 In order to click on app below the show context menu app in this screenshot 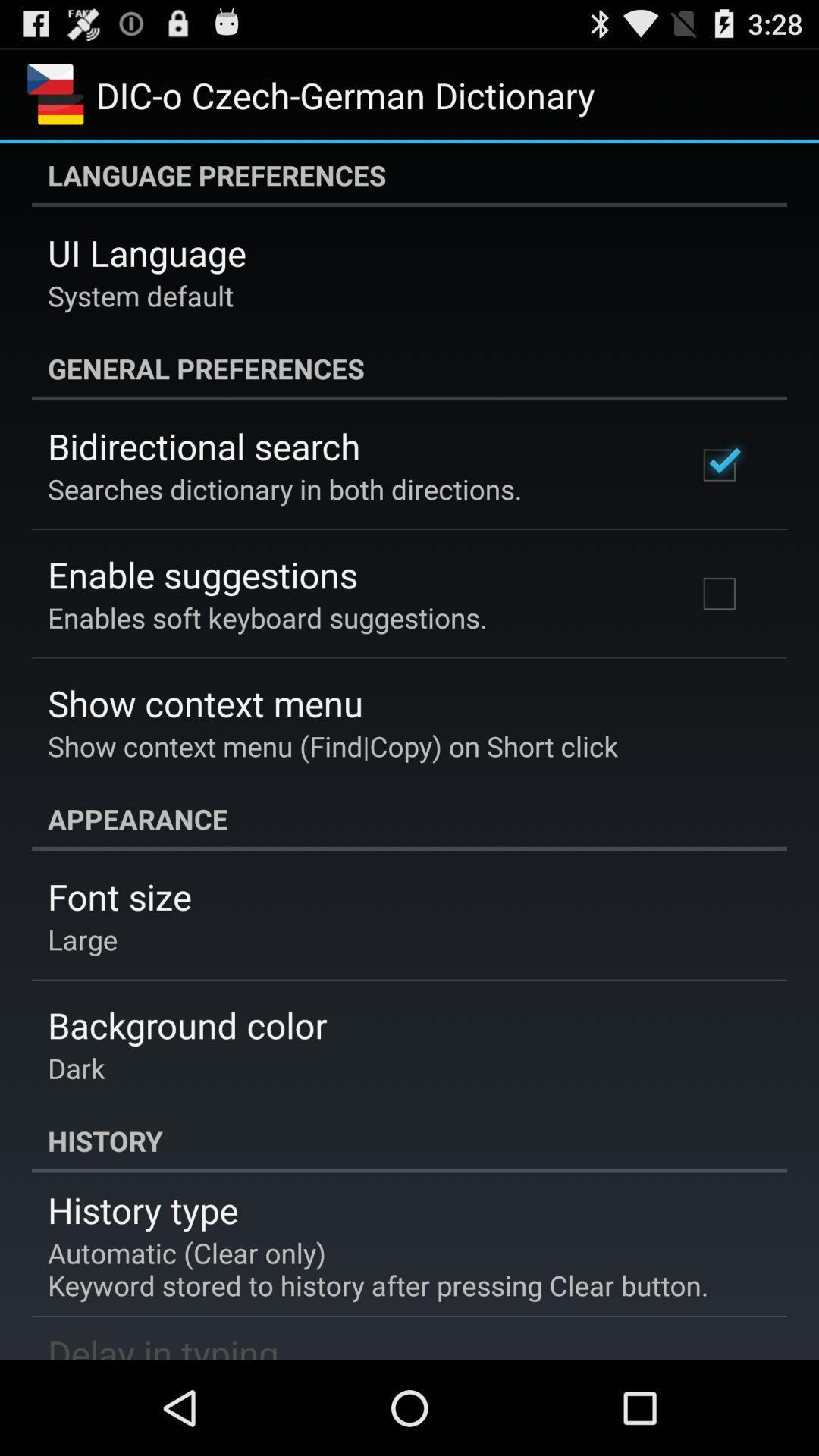, I will do `click(409, 818)`.